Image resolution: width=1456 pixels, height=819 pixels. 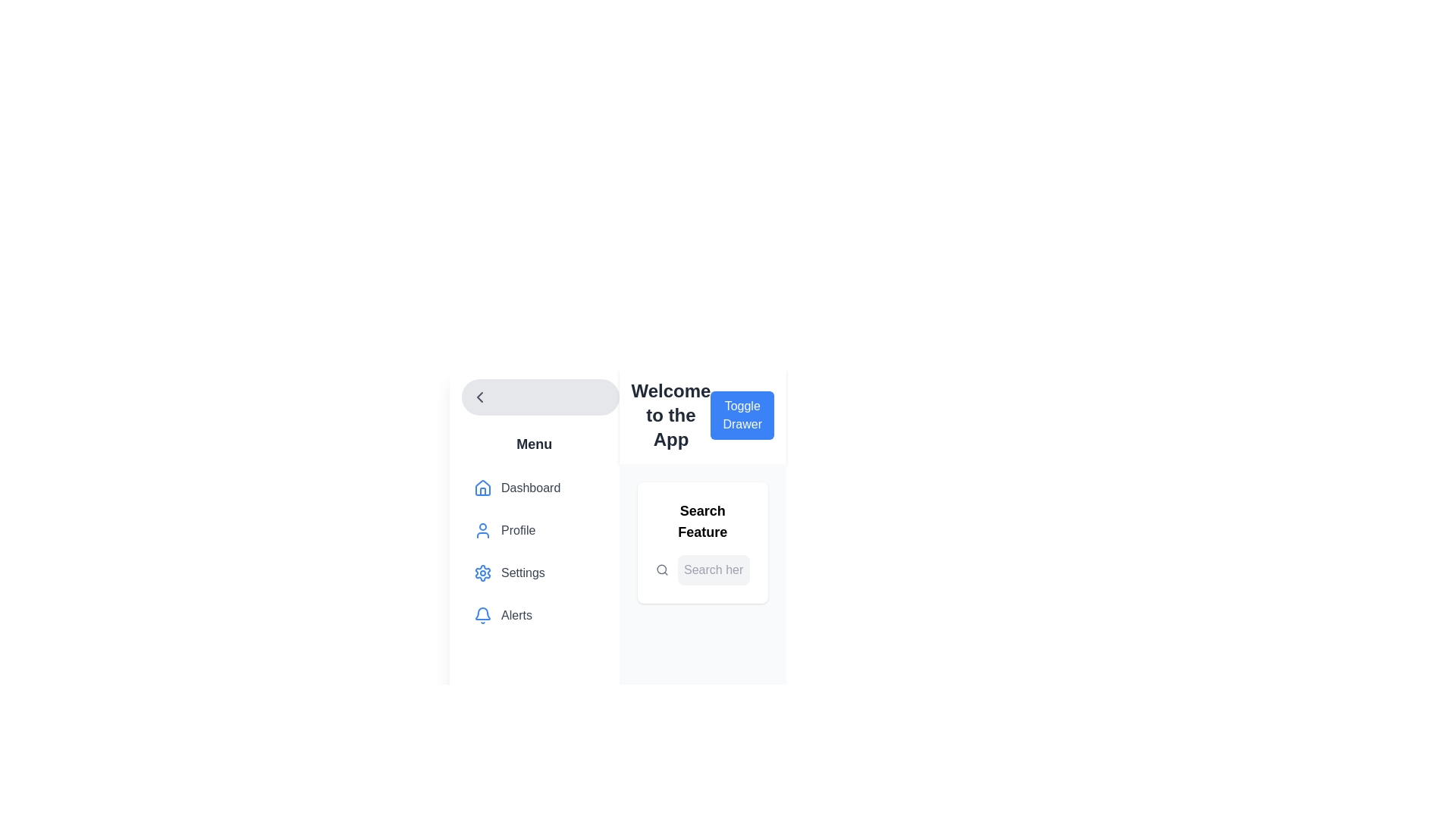 What do you see at coordinates (482, 529) in the screenshot?
I see `the 'Profile' icon located on the left side of the sidebar menu` at bounding box center [482, 529].